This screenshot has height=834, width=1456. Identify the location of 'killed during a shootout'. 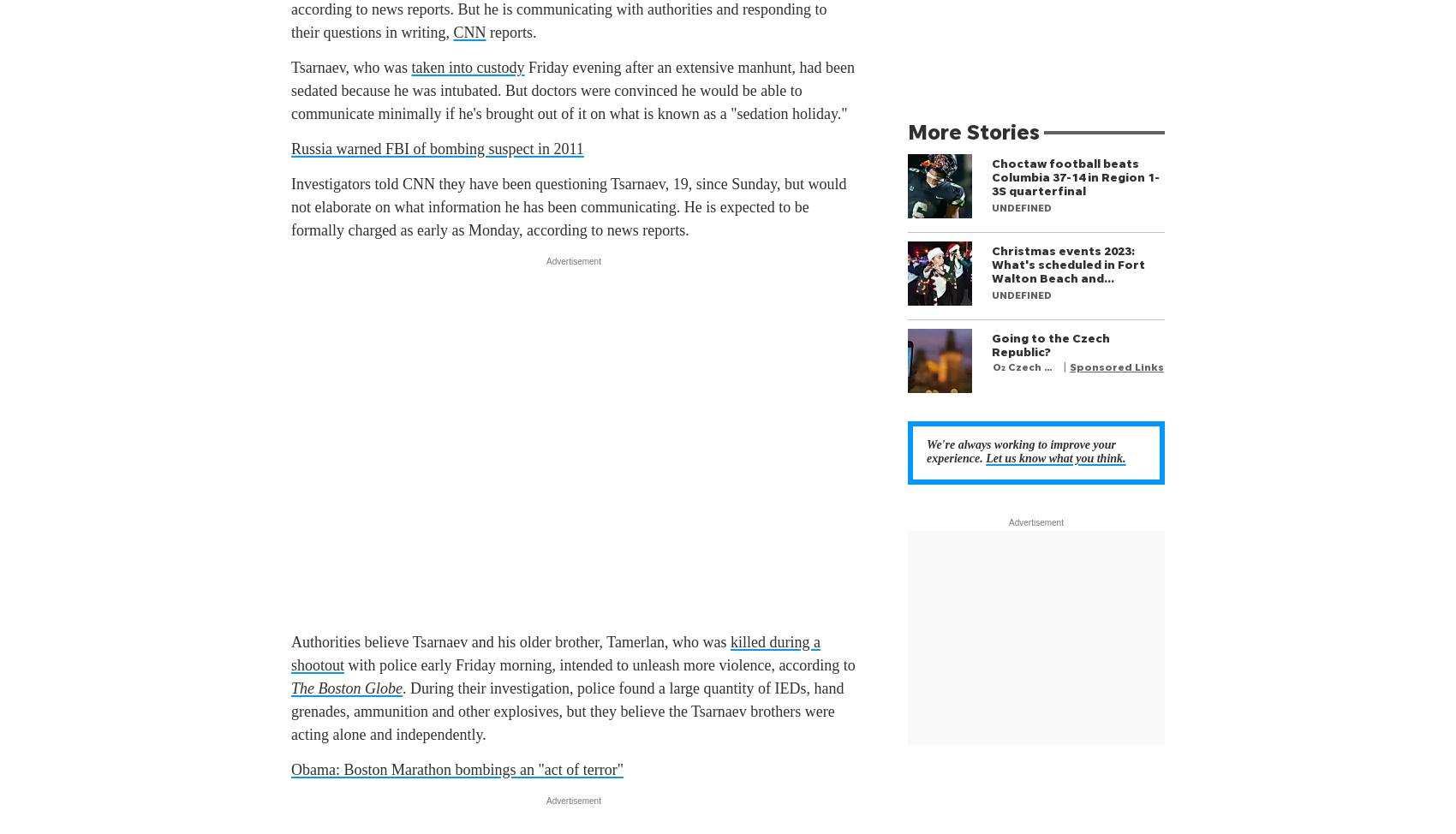
(555, 652).